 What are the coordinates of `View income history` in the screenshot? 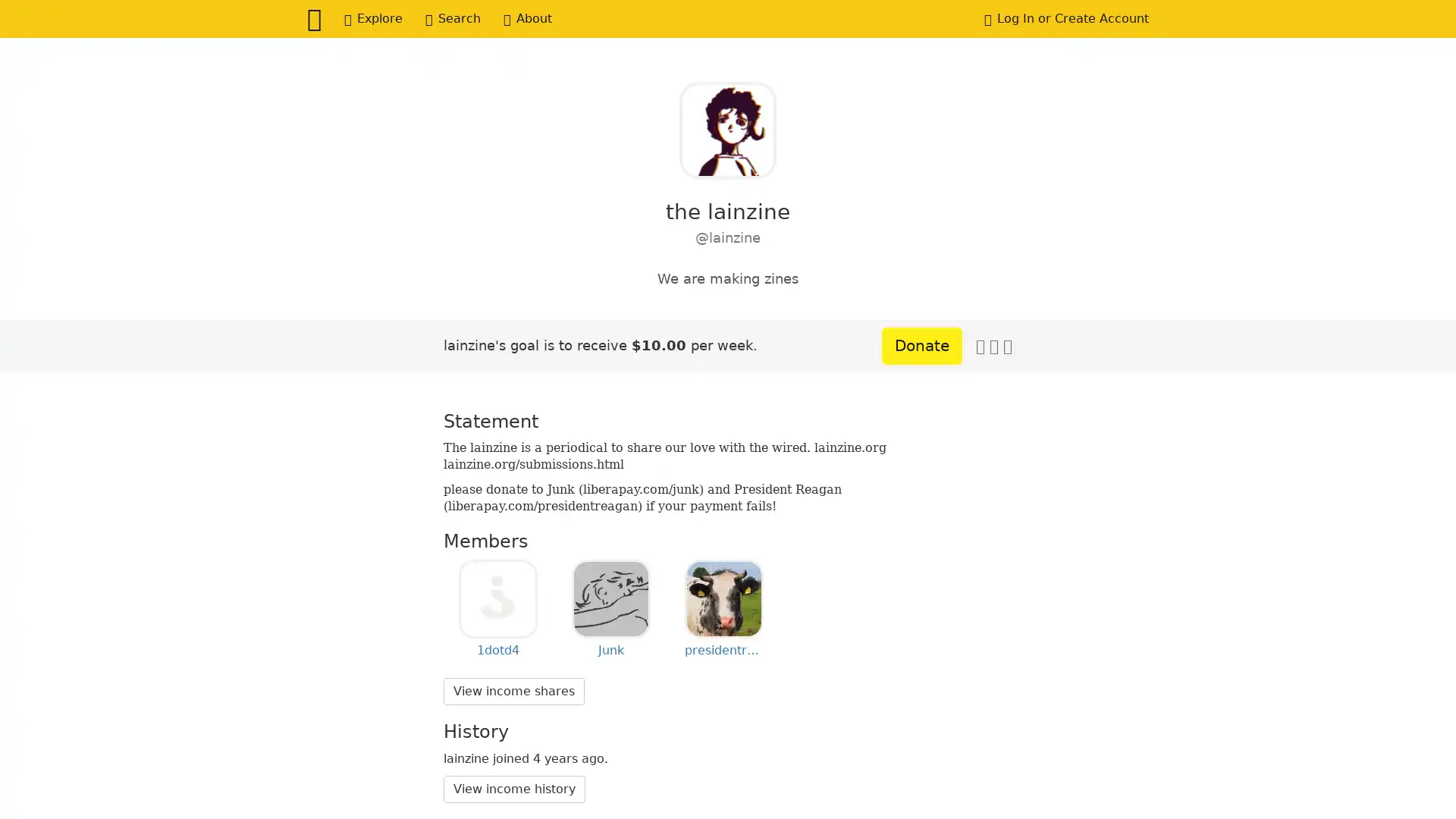 It's located at (514, 788).